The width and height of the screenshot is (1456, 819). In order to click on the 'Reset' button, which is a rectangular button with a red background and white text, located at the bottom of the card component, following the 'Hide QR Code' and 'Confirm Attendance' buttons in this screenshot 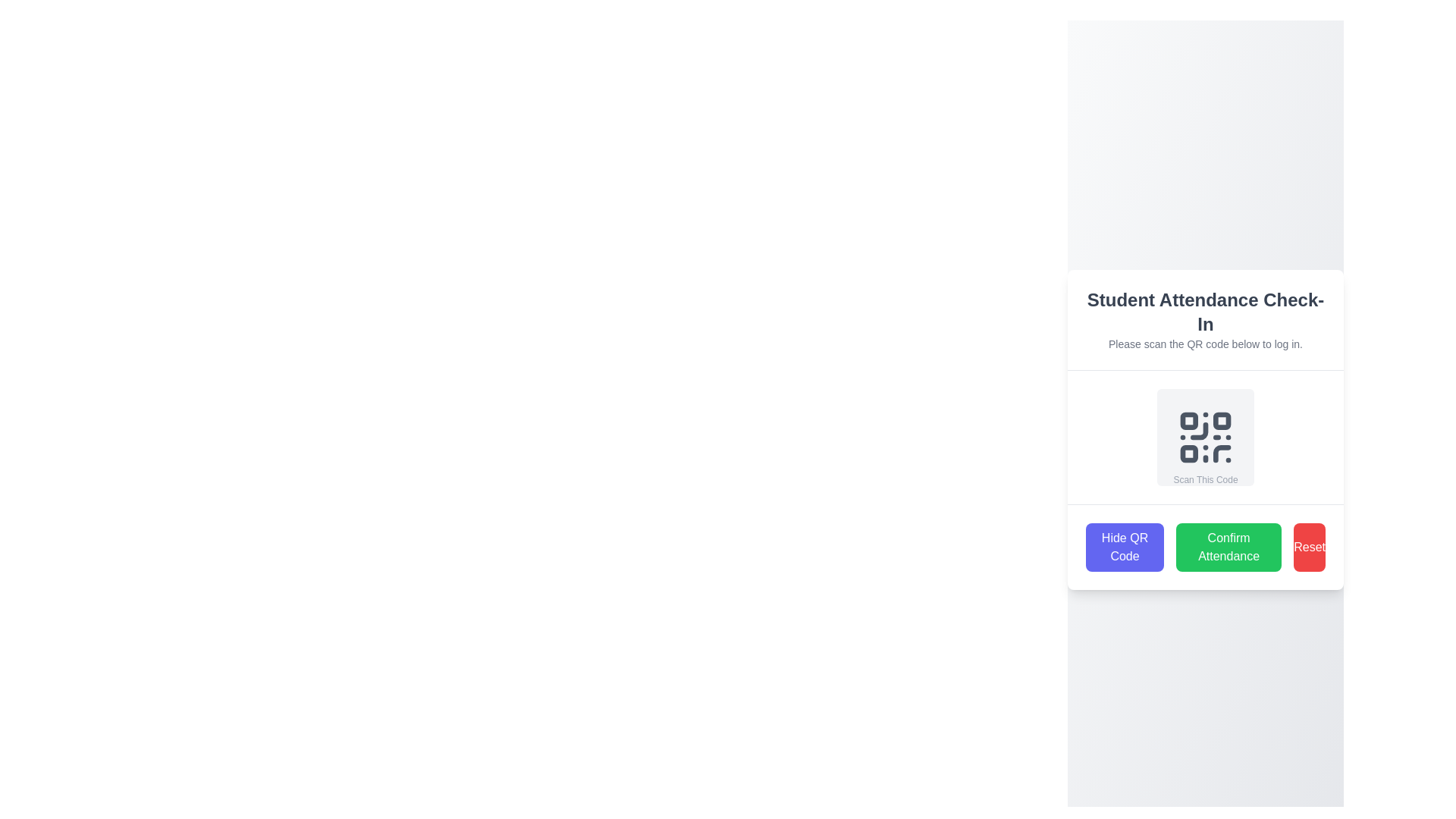, I will do `click(1309, 547)`.